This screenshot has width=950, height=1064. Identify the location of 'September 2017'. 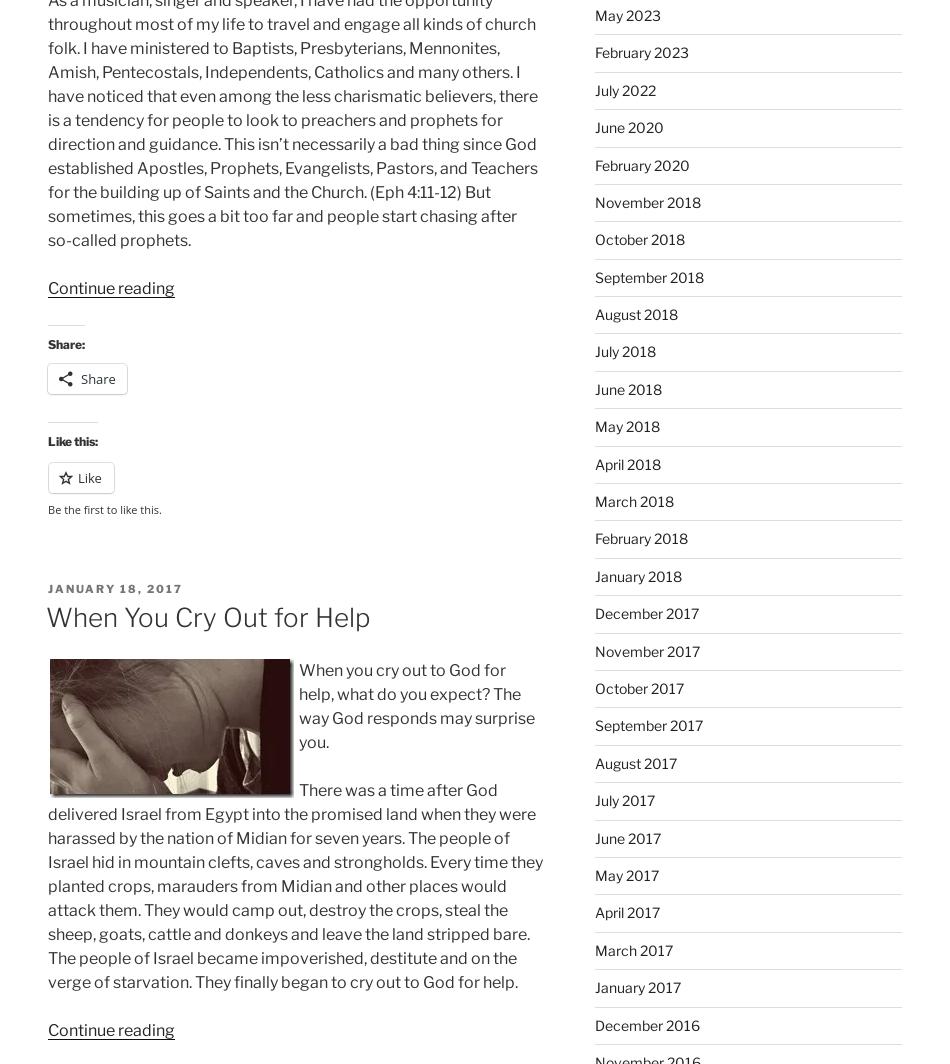
(647, 725).